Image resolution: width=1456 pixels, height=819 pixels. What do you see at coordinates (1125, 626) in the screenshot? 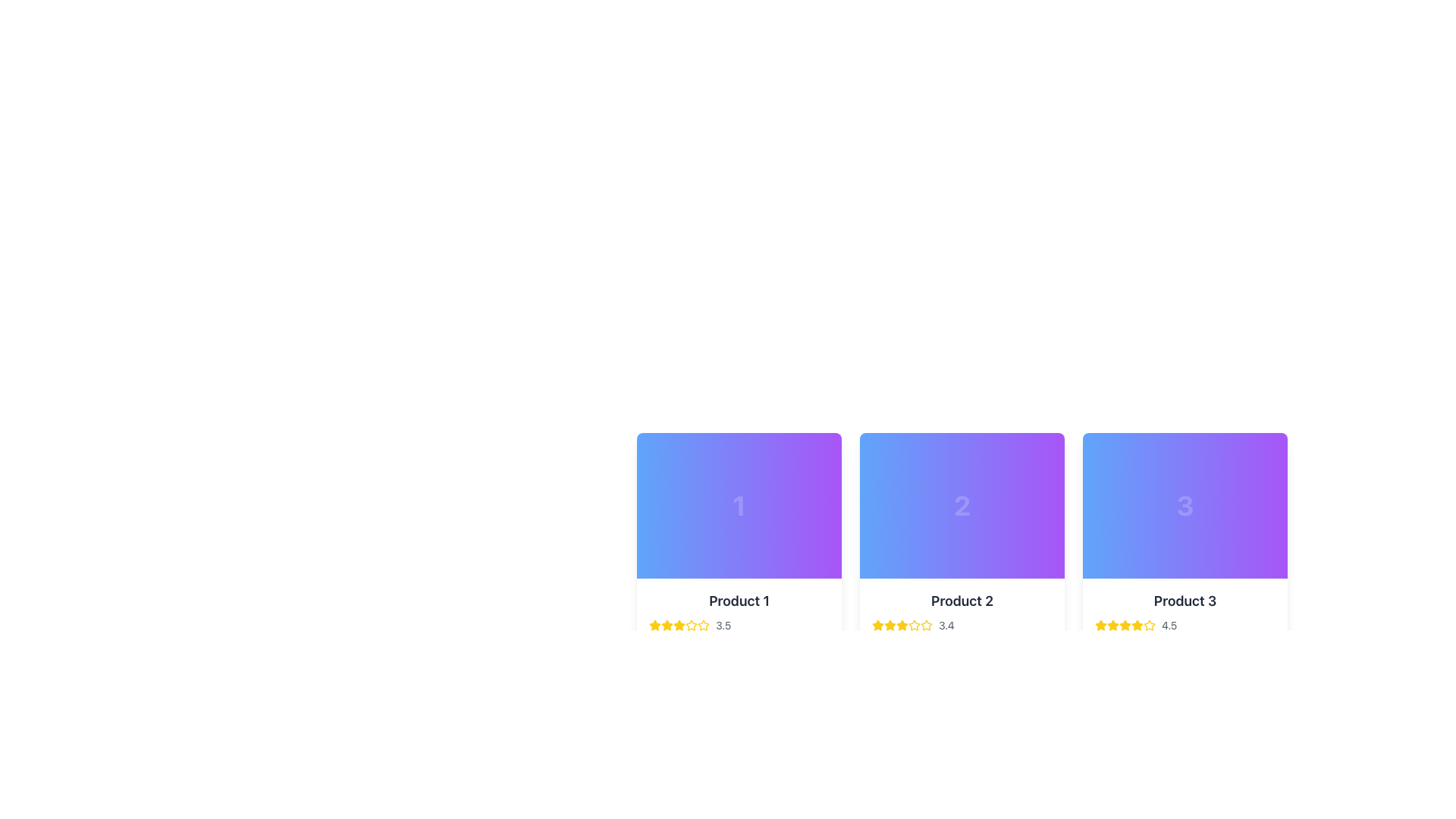
I see `the fourth yellow star in the star-based rating system located below the product card of 'Product 3'` at bounding box center [1125, 626].